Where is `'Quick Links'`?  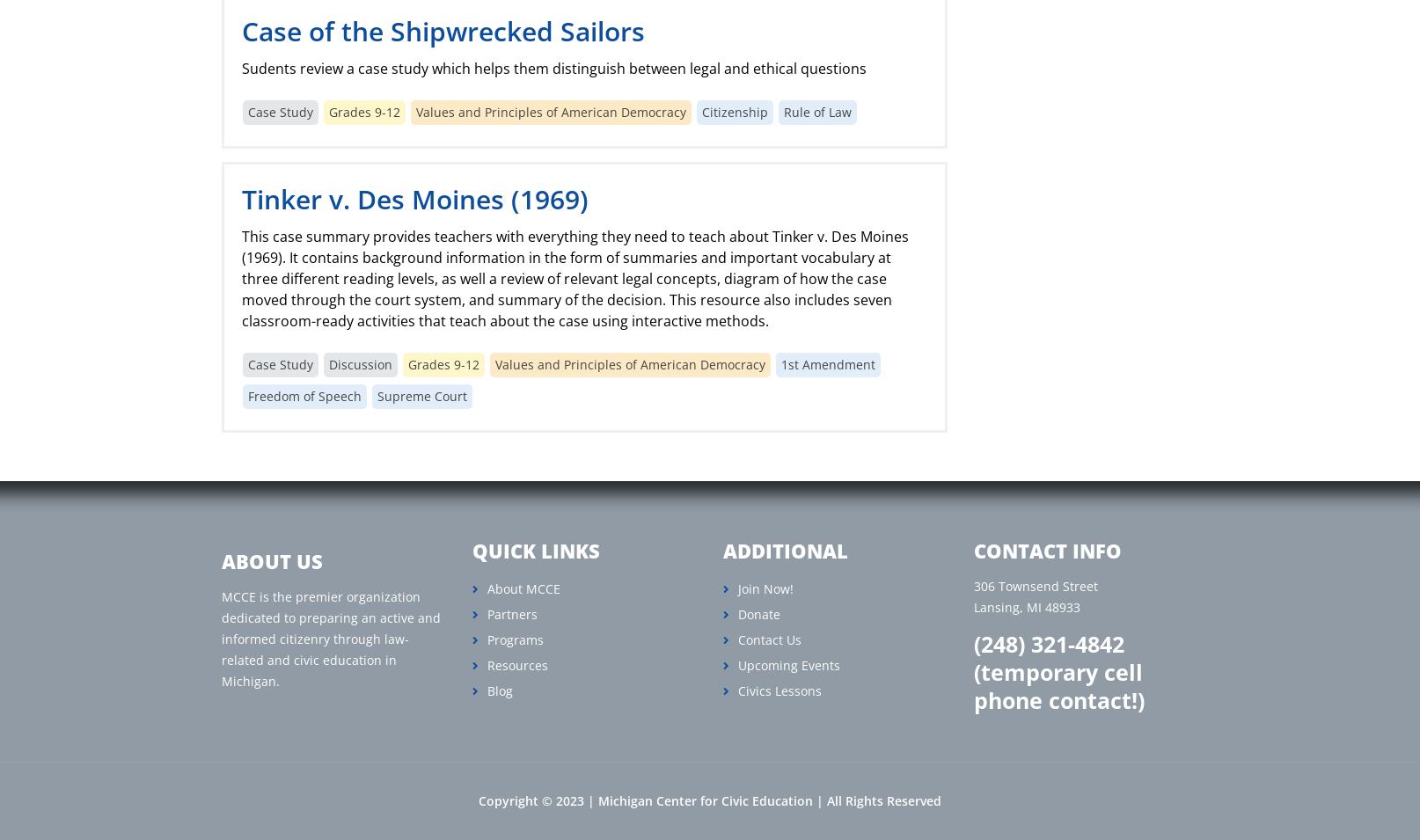 'Quick Links' is located at coordinates (535, 551).